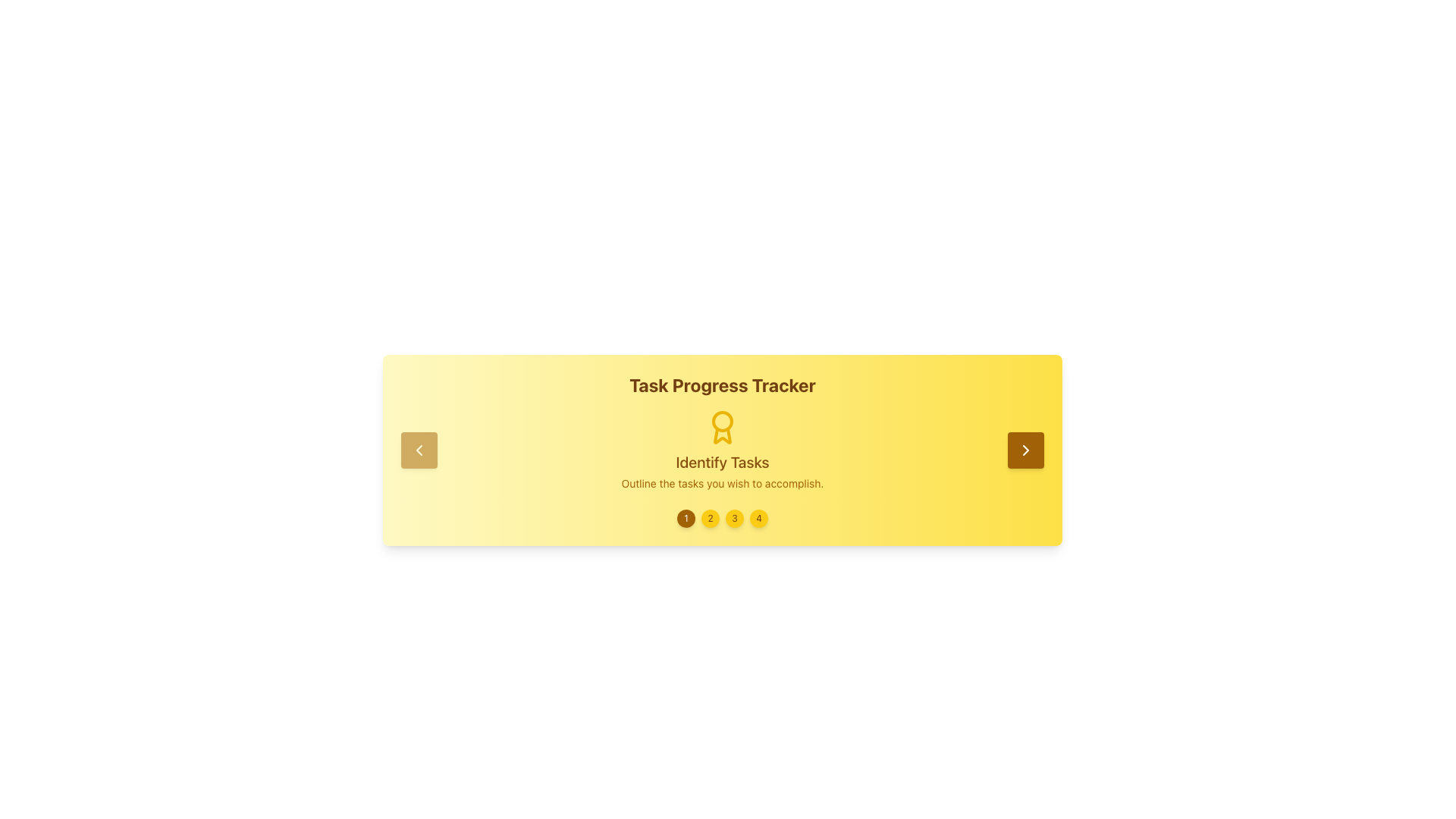 Image resolution: width=1456 pixels, height=819 pixels. What do you see at coordinates (722, 427) in the screenshot?
I see `the award medal icon, which is the main visual element for the task titled 'Identify Tasks', located above the text descriptions` at bounding box center [722, 427].